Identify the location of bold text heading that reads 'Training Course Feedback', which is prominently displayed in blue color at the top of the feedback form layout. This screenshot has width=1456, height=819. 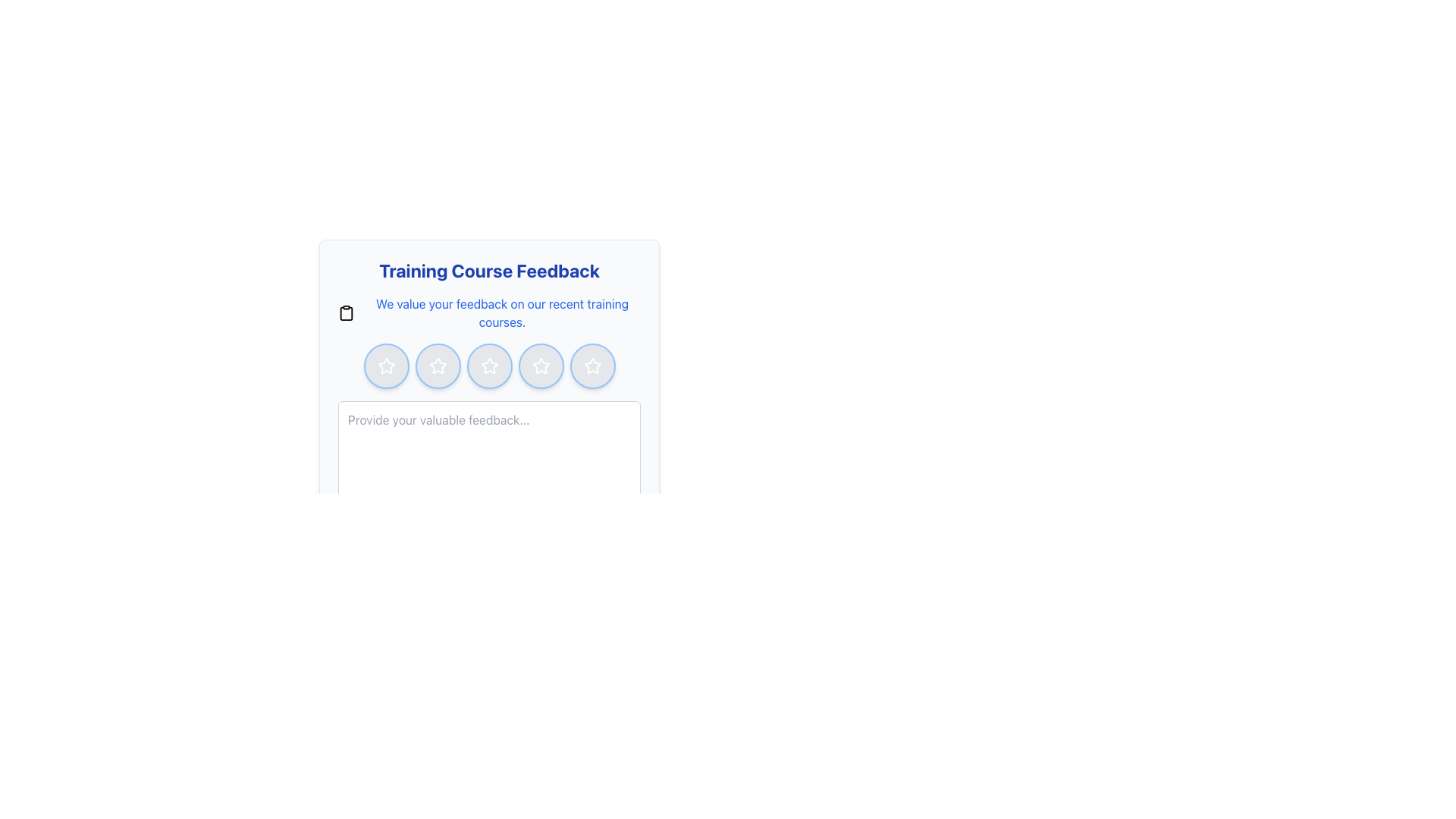
(489, 270).